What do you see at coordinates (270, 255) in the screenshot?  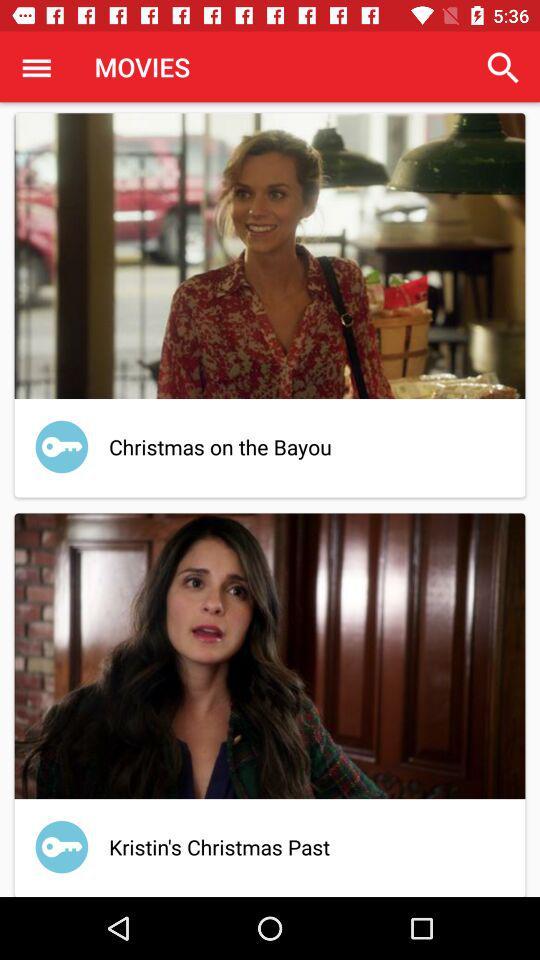 I see `first image from top` at bounding box center [270, 255].